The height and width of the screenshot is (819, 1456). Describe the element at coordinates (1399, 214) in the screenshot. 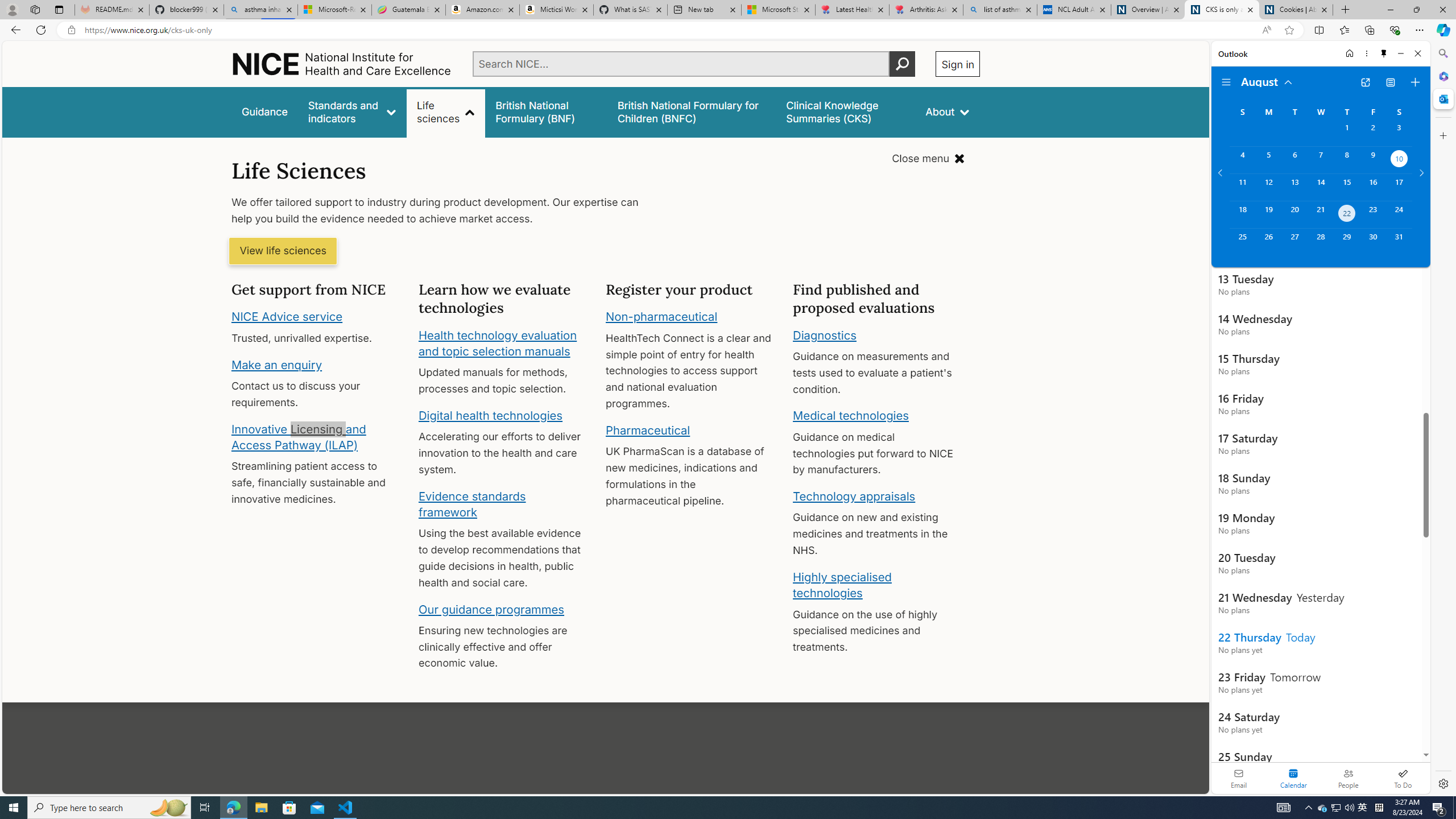

I see `'Saturday, August 24, 2024. '` at that location.